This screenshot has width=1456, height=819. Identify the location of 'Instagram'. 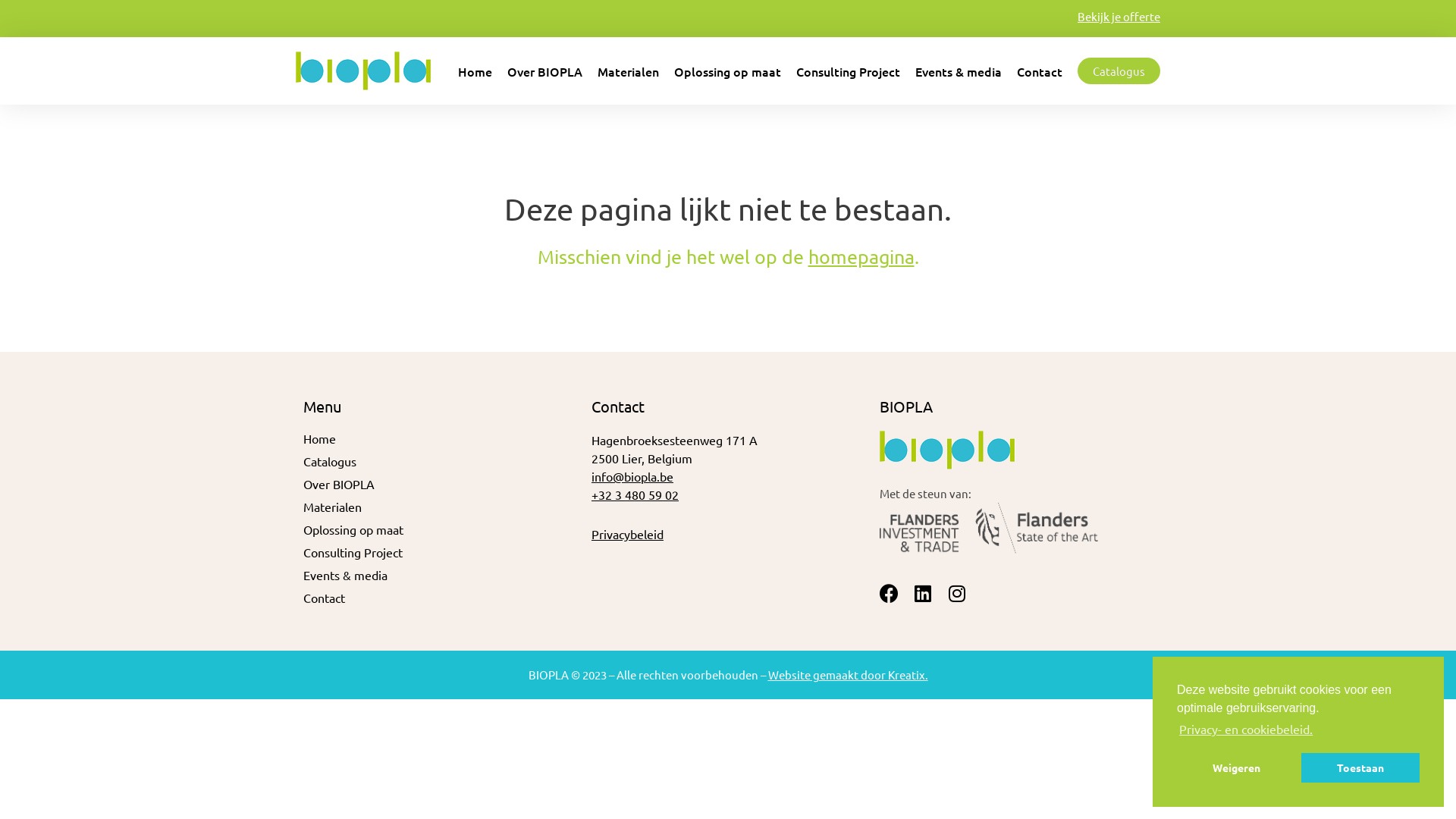
(946, 592).